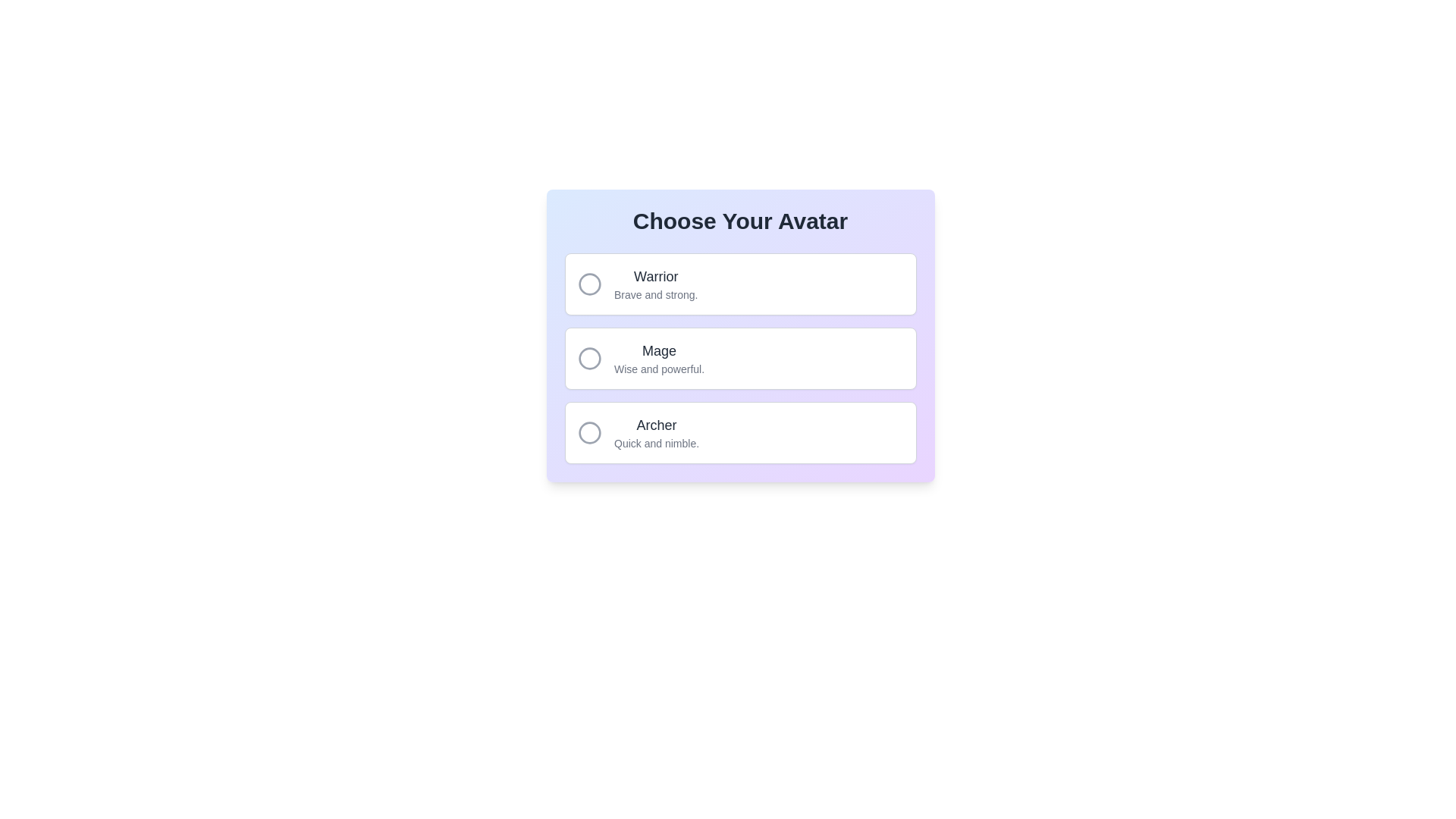 The image size is (1456, 819). I want to click on the circle that indicates the selection status of the 'Mage' option in the radio button selection list, so click(588, 359).